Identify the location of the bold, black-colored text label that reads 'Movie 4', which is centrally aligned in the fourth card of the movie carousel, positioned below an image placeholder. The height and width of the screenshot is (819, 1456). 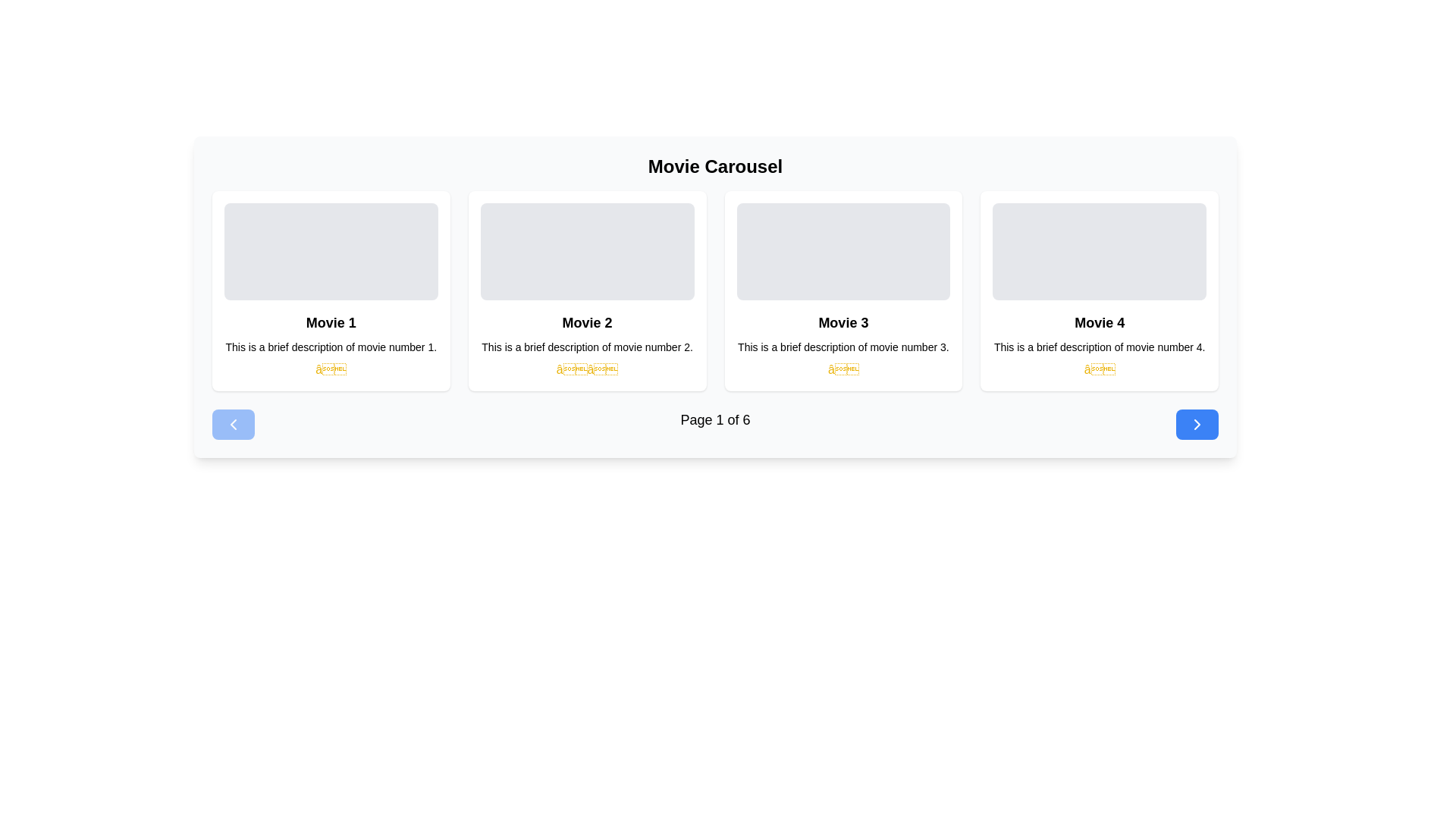
(1100, 322).